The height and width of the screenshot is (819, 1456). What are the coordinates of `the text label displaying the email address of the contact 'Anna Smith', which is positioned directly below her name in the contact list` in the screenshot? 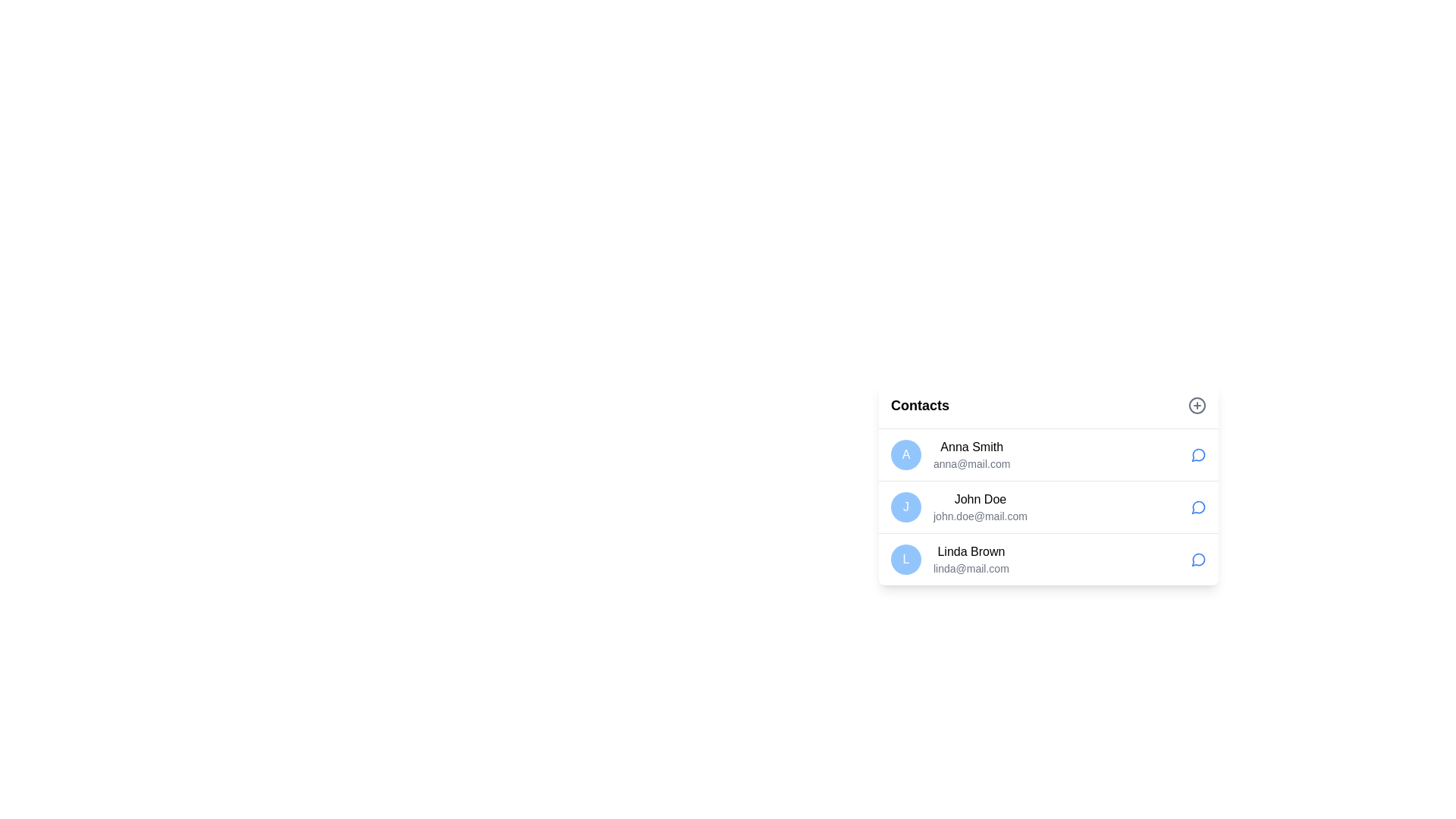 It's located at (971, 463).